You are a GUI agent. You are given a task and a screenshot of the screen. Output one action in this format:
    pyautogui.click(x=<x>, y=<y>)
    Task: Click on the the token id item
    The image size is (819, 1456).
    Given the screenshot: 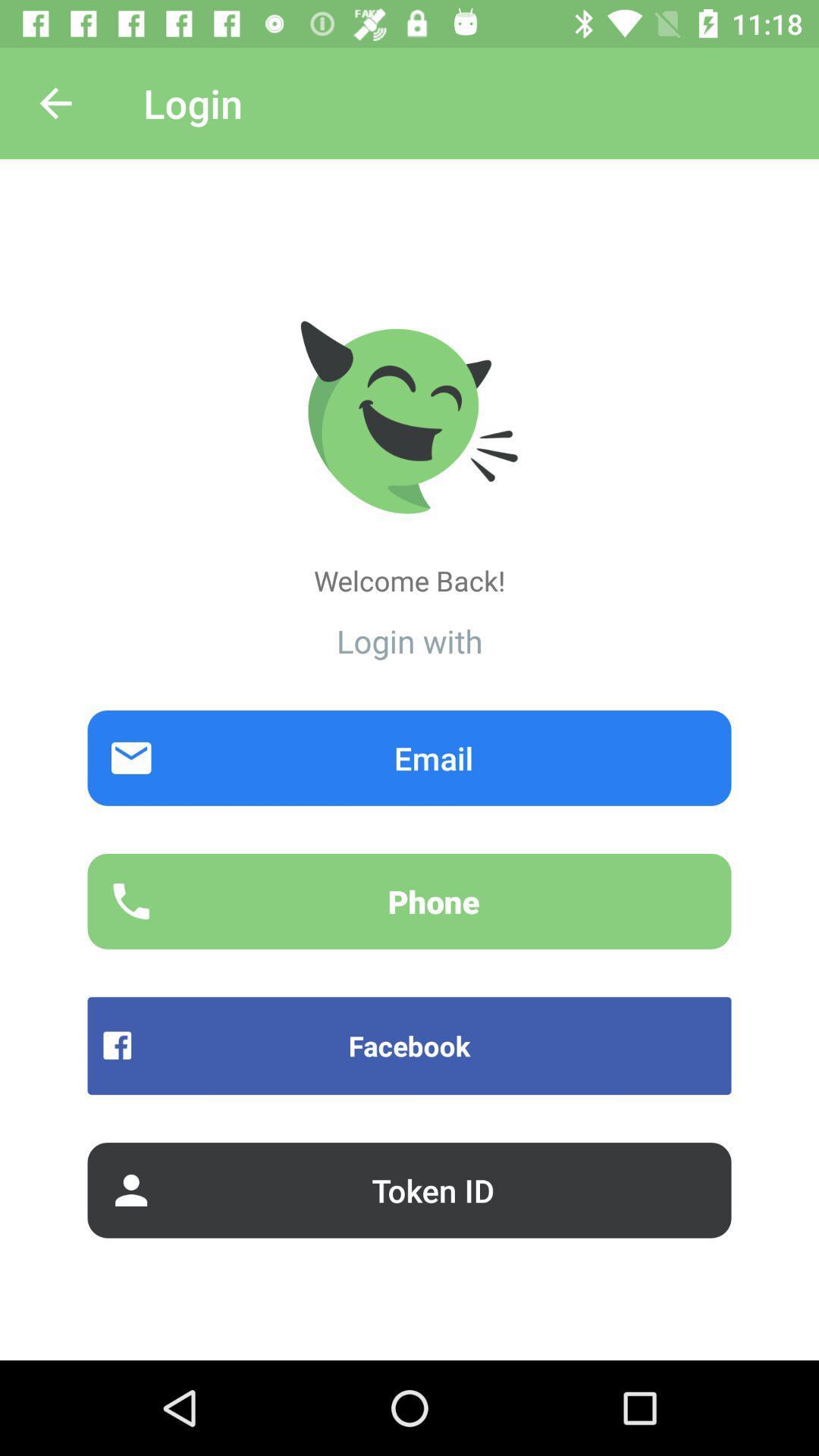 What is the action you would take?
    pyautogui.click(x=409, y=1189)
    